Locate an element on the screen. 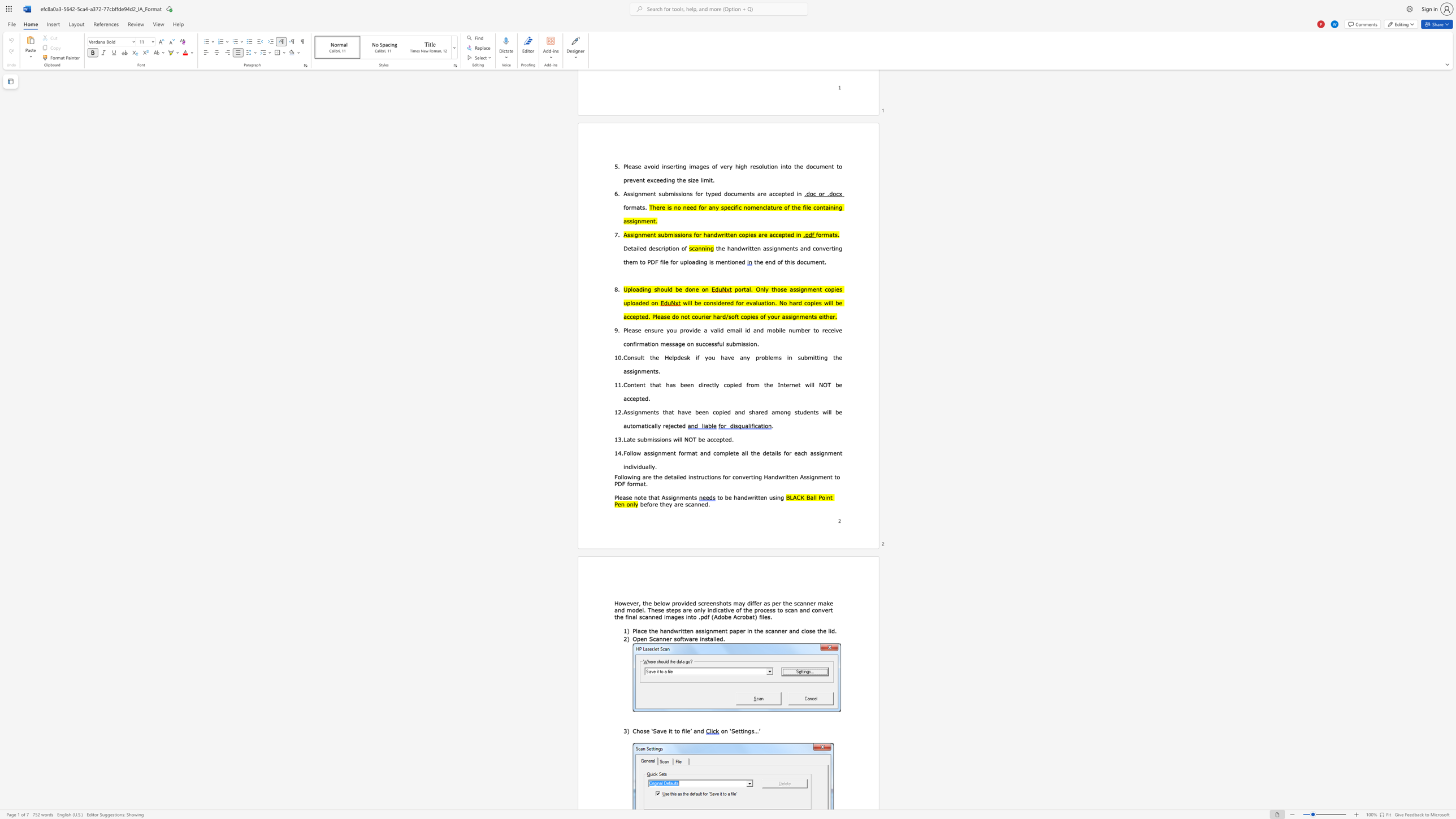 The width and height of the screenshot is (1456, 819). the subset text "are only indicative of the process to scan and convert the final scann" within the text "However, the below provided screenshots may differ as per the scanner make and model. These steps are only indicative of the process to scan and convert the final scanned images into .pdf (Adobe Acrobat) files." is located at coordinates (682, 610).